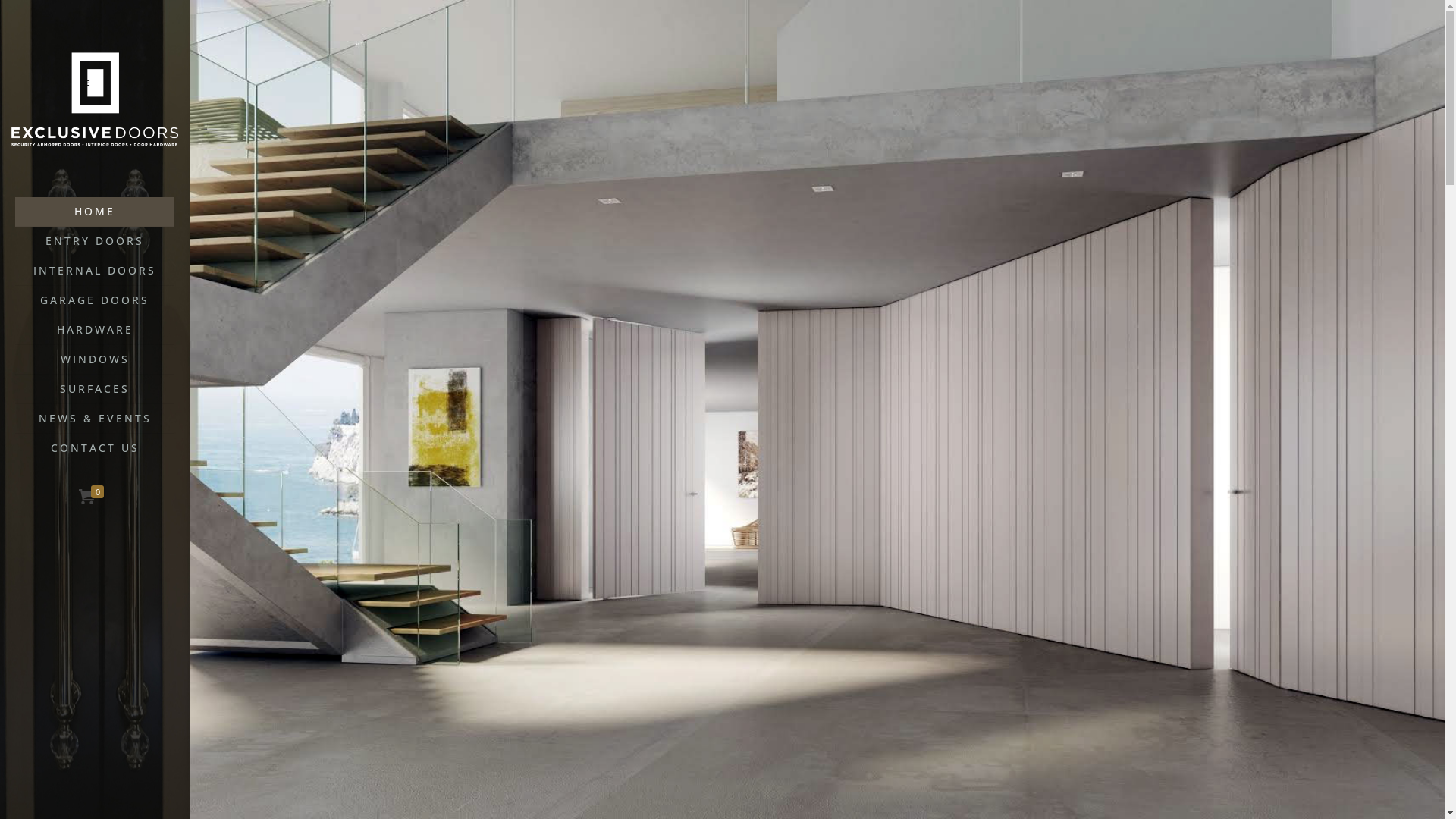 The width and height of the screenshot is (1456, 819). I want to click on '0', so click(93, 497).